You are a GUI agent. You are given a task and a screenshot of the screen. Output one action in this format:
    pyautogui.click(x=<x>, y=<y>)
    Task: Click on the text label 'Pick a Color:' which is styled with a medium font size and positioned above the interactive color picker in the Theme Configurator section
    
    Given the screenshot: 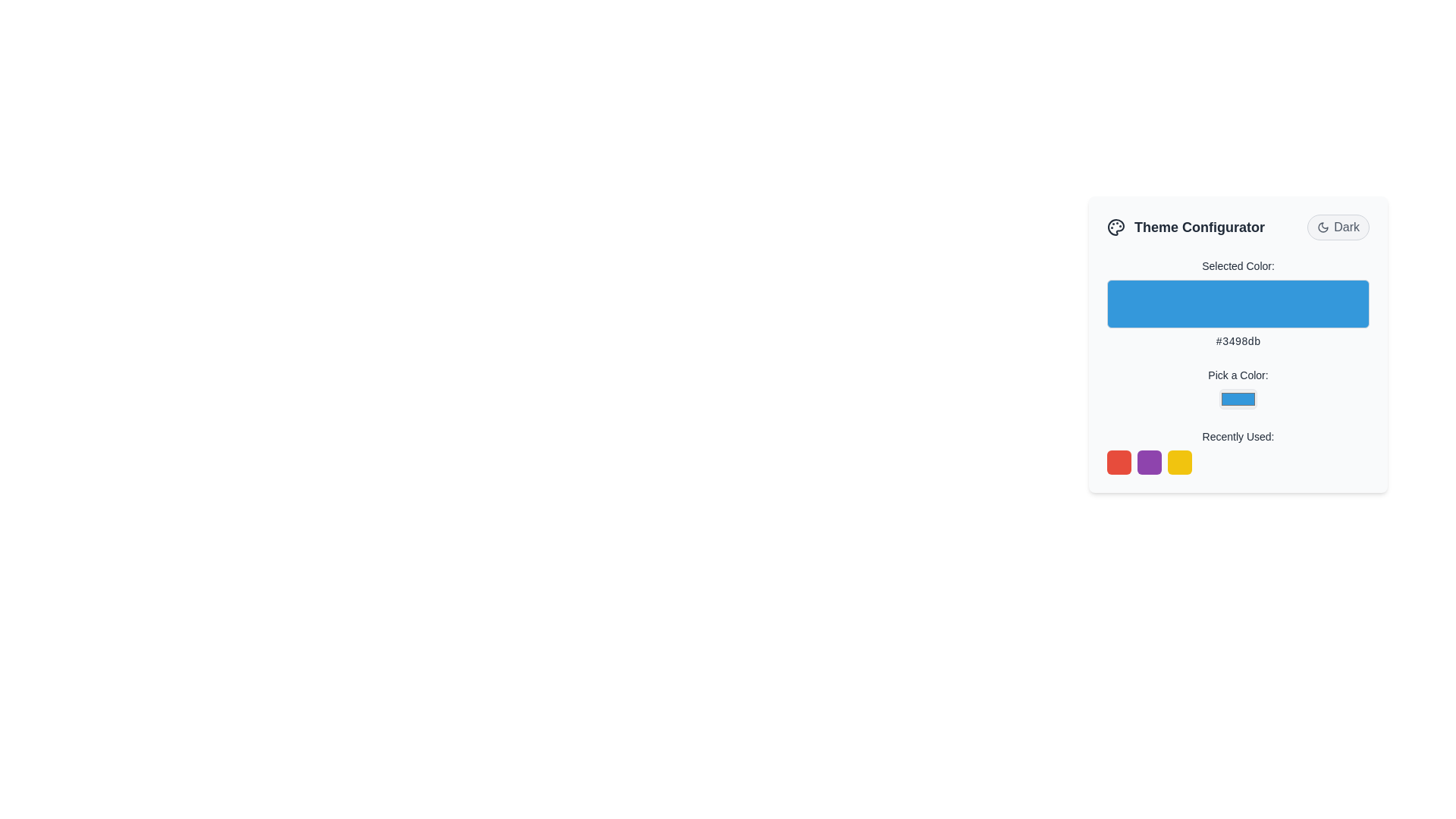 What is the action you would take?
    pyautogui.click(x=1238, y=388)
    